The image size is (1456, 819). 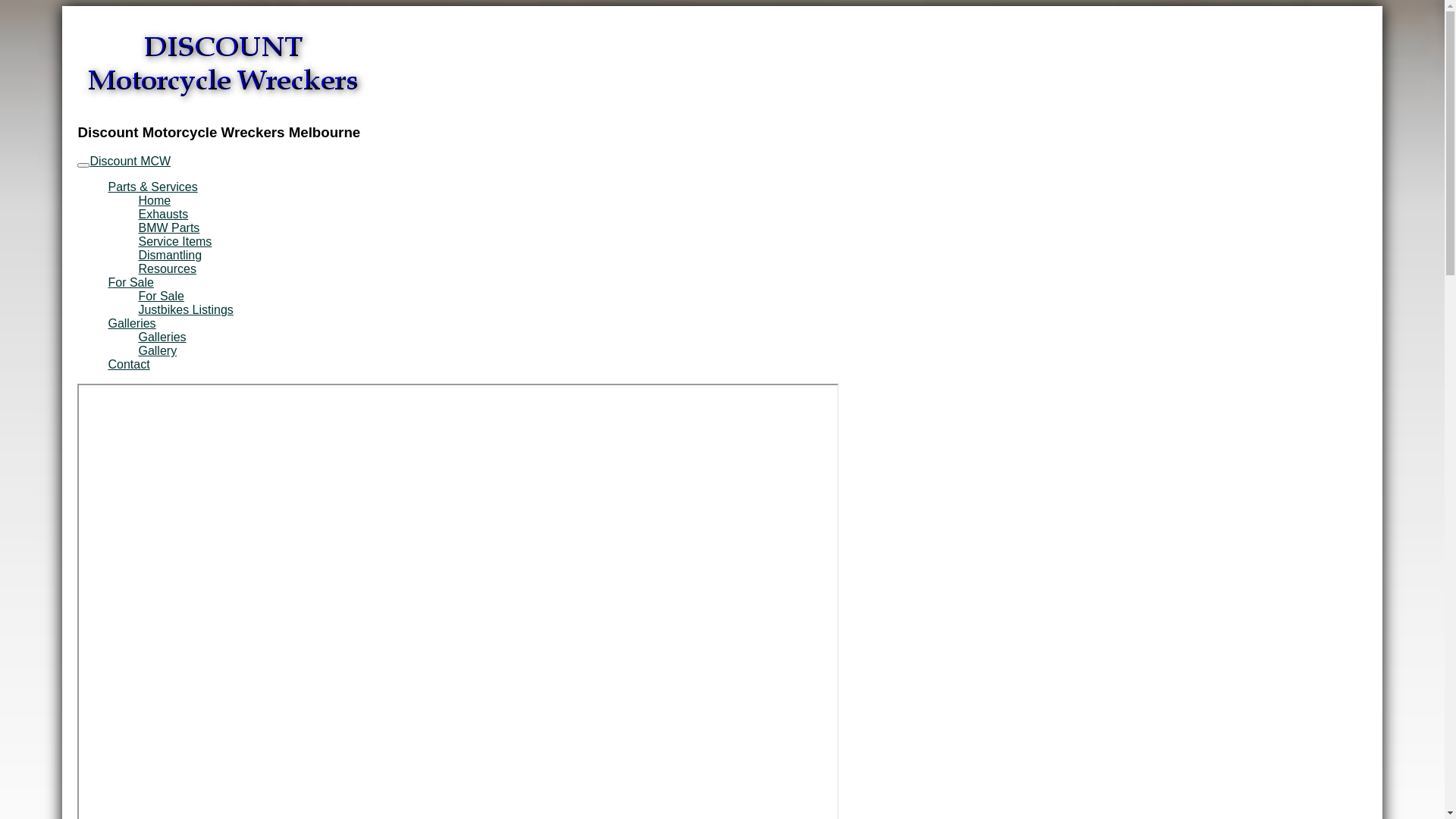 What do you see at coordinates (138, 268) in the screenshot?
I see `'Resources'` at bounding box center [138, 268].